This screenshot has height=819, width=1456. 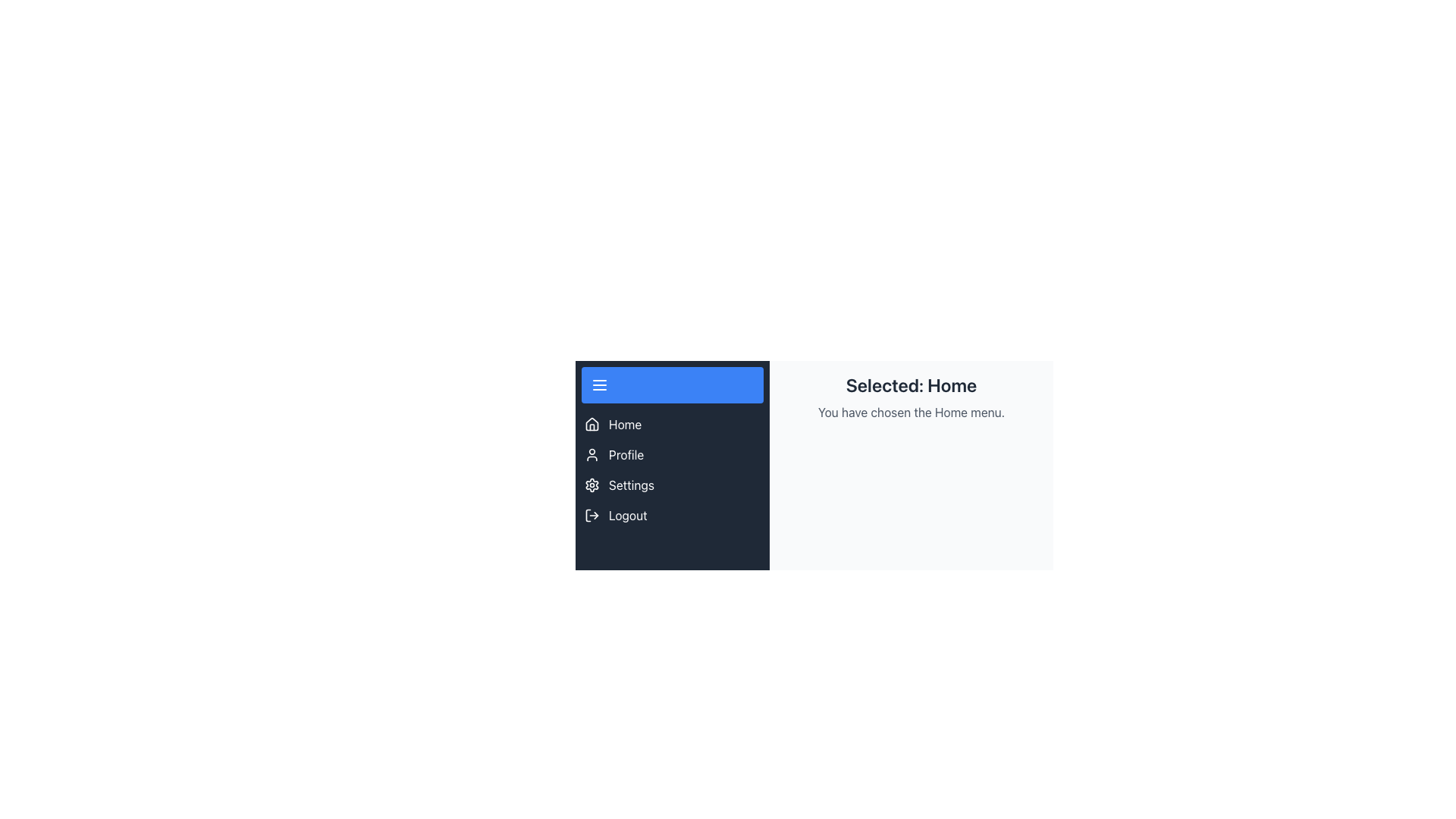 What do you see at coordinates (672, 454) in the screenshot?
I see `the 'Profile' navigation button, which is the second item in the vertical list of menu options` at bounding box center [672, 454].